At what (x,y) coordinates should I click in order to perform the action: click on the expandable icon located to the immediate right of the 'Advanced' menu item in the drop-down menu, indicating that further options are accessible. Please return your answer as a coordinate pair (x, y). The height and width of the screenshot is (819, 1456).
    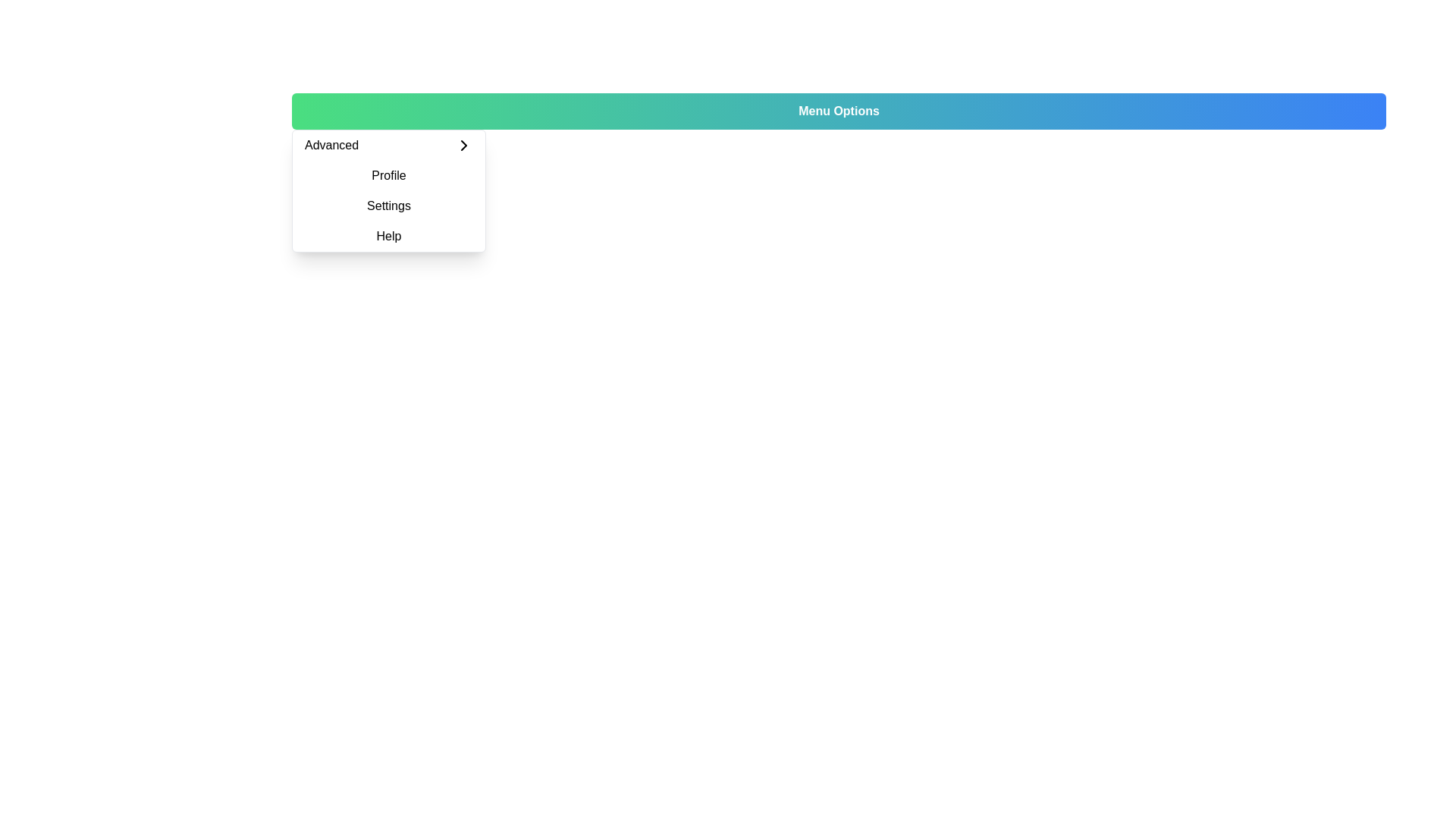
    Looking at the image, I should click on (463, 146).